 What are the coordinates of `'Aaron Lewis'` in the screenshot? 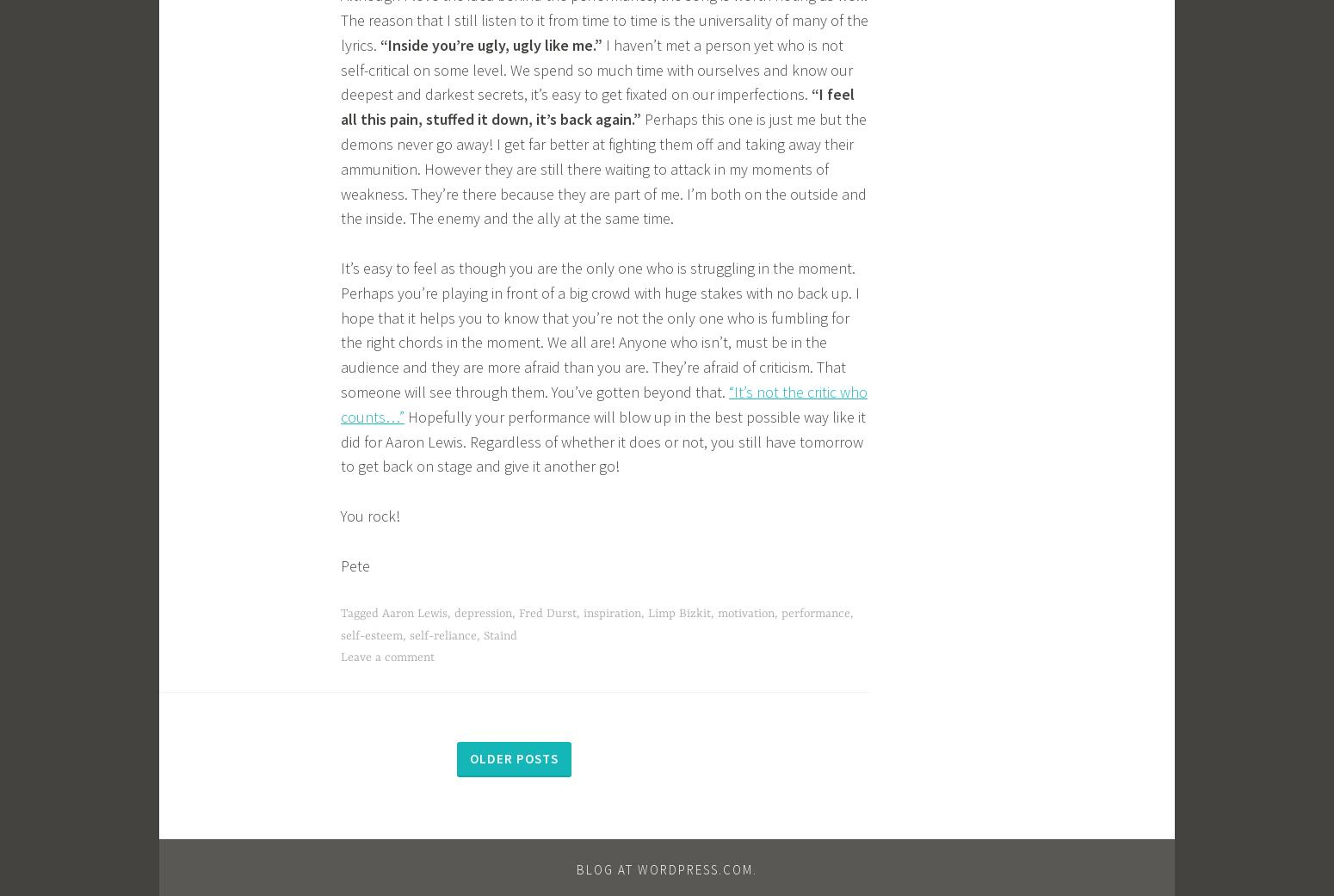 It's located at (414, 612).